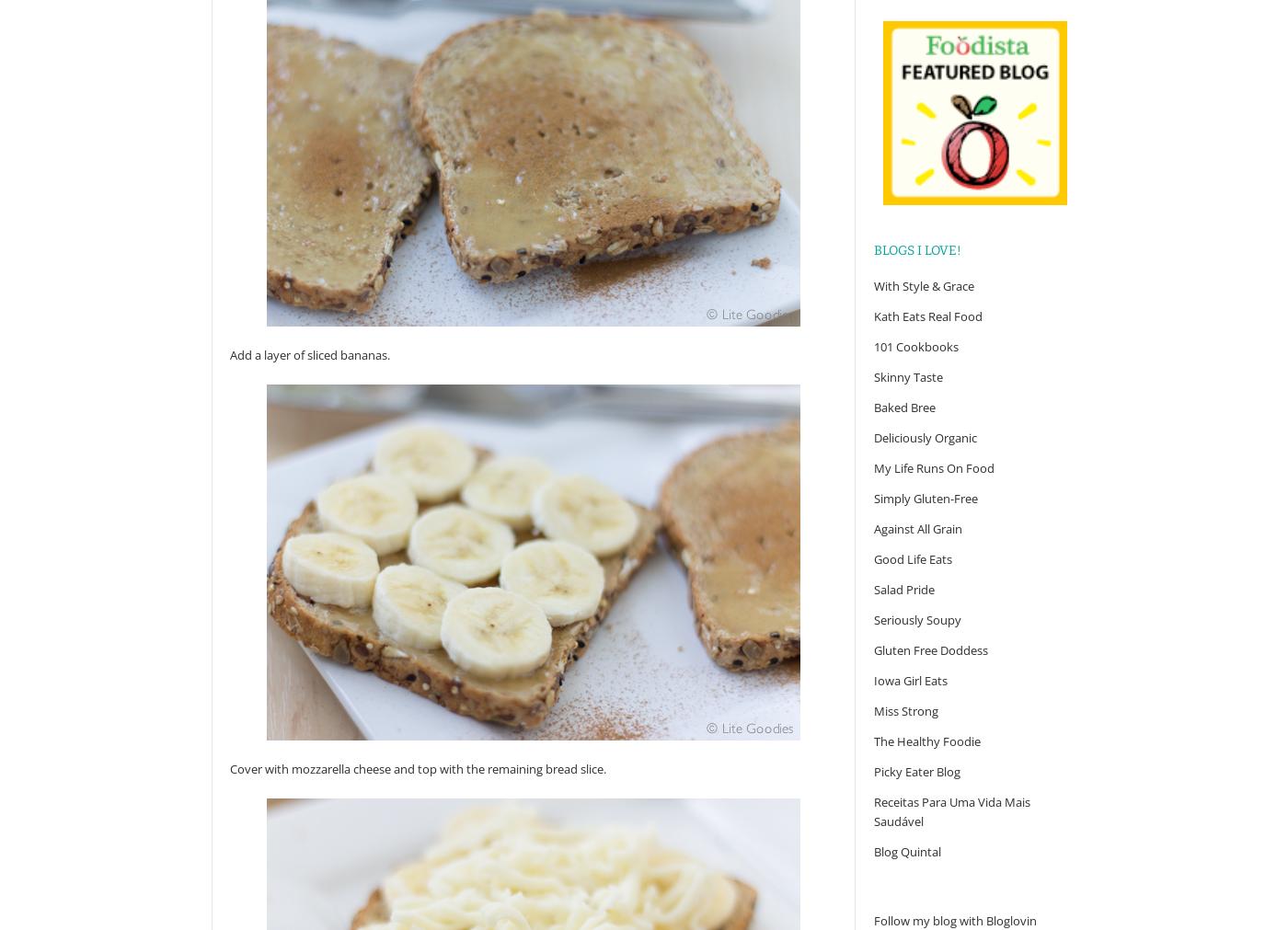 Image resolution: width=1288 pixels, height=930 pixels. What do you see at coordinates (925, 498) in the screenshot?
I see `'Simply Gluten-Free'` at bounding box center [925, 498].